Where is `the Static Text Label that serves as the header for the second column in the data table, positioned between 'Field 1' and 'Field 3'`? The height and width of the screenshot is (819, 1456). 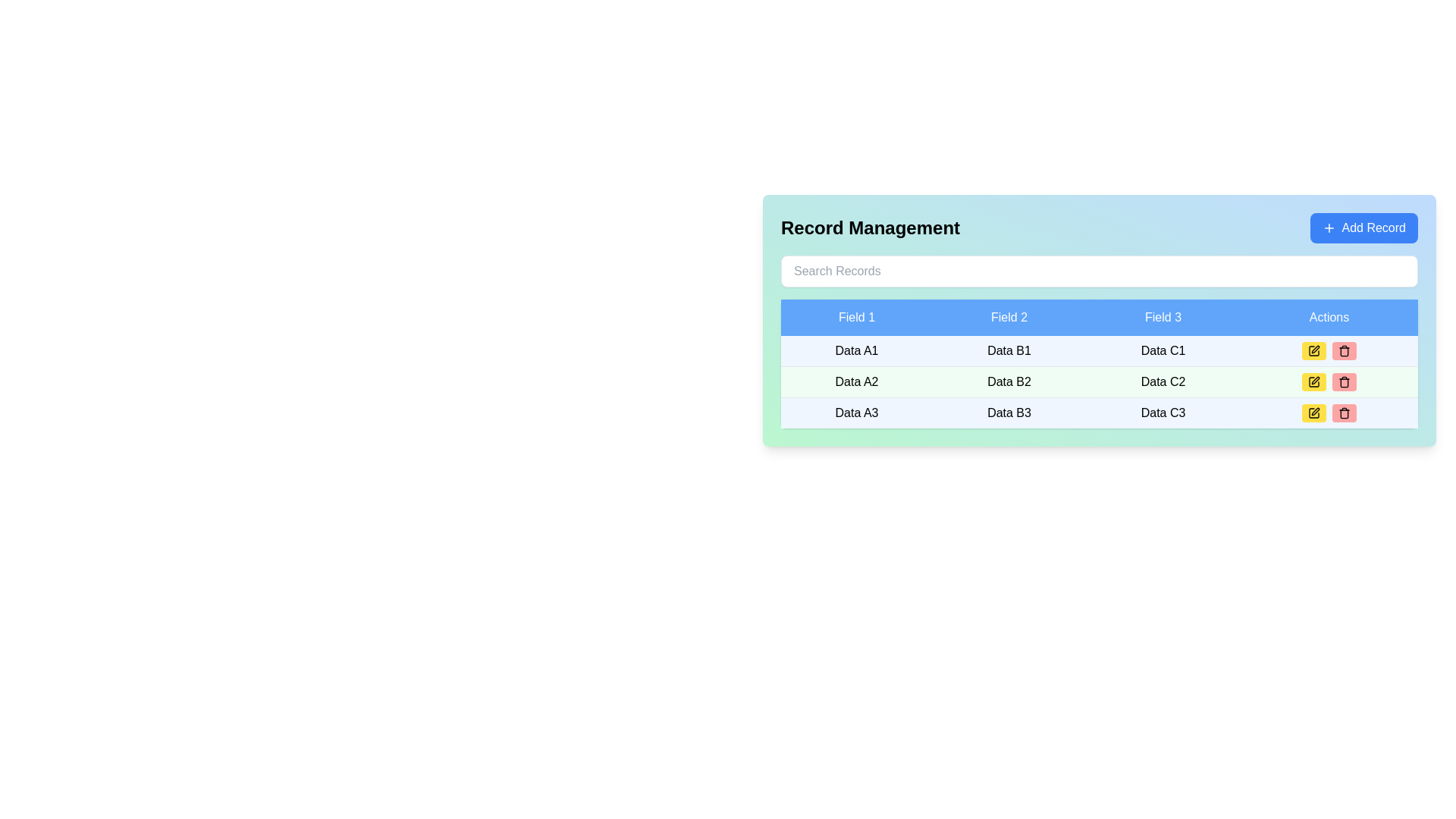 the Static Text Label that serves as the header for the second column in the data table, positioned between 'Field 1' and 'Field 3' is located at coordinates (1009, 317).